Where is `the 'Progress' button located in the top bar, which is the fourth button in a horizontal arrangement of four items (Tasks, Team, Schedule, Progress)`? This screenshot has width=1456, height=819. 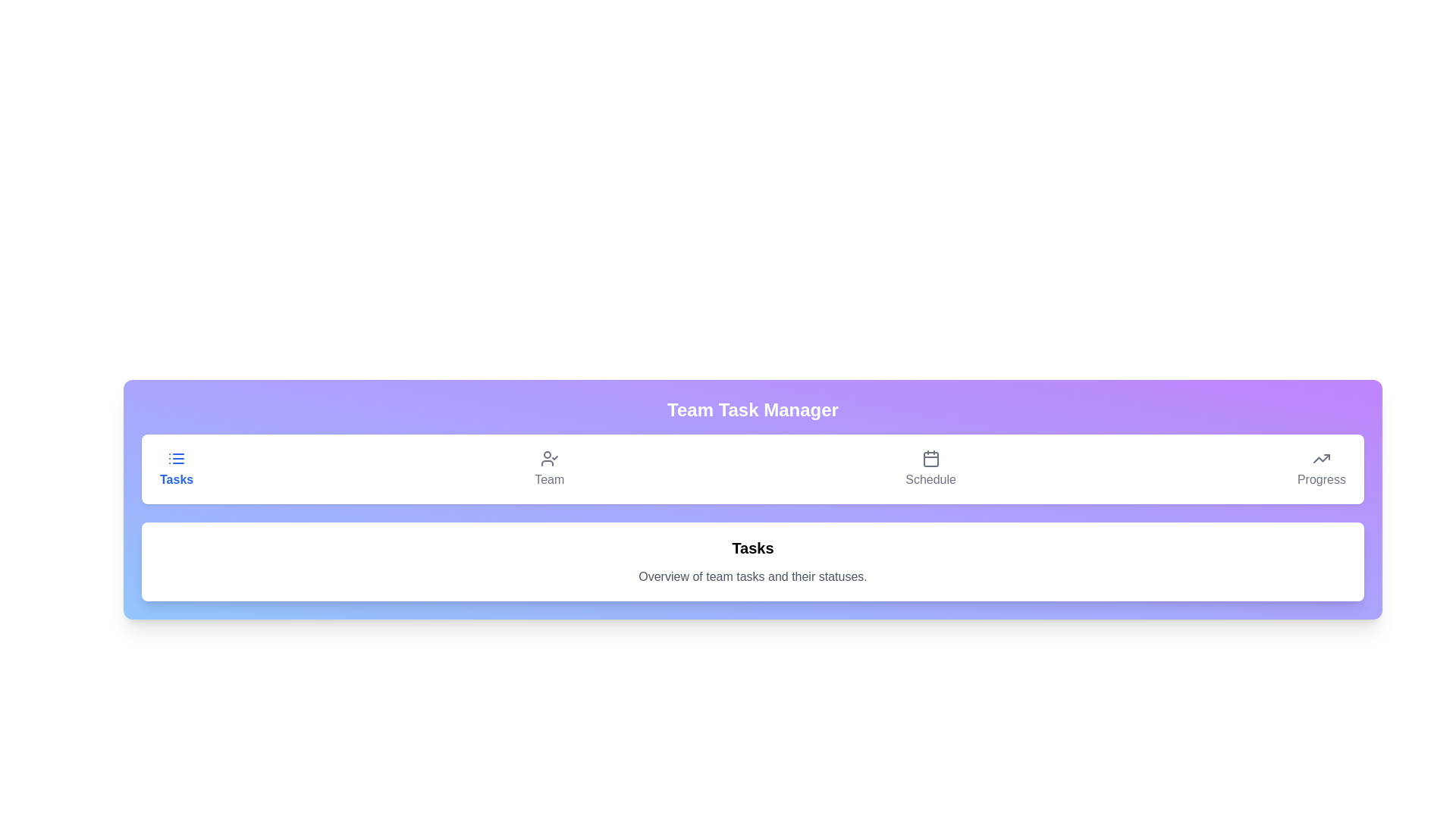 the 'Progress' button located in the top bar, which is the fourth button in a horizontal arrangement of four items (Tasks, Team, Schedule, Progress) is located at coordinates (1320, 468).